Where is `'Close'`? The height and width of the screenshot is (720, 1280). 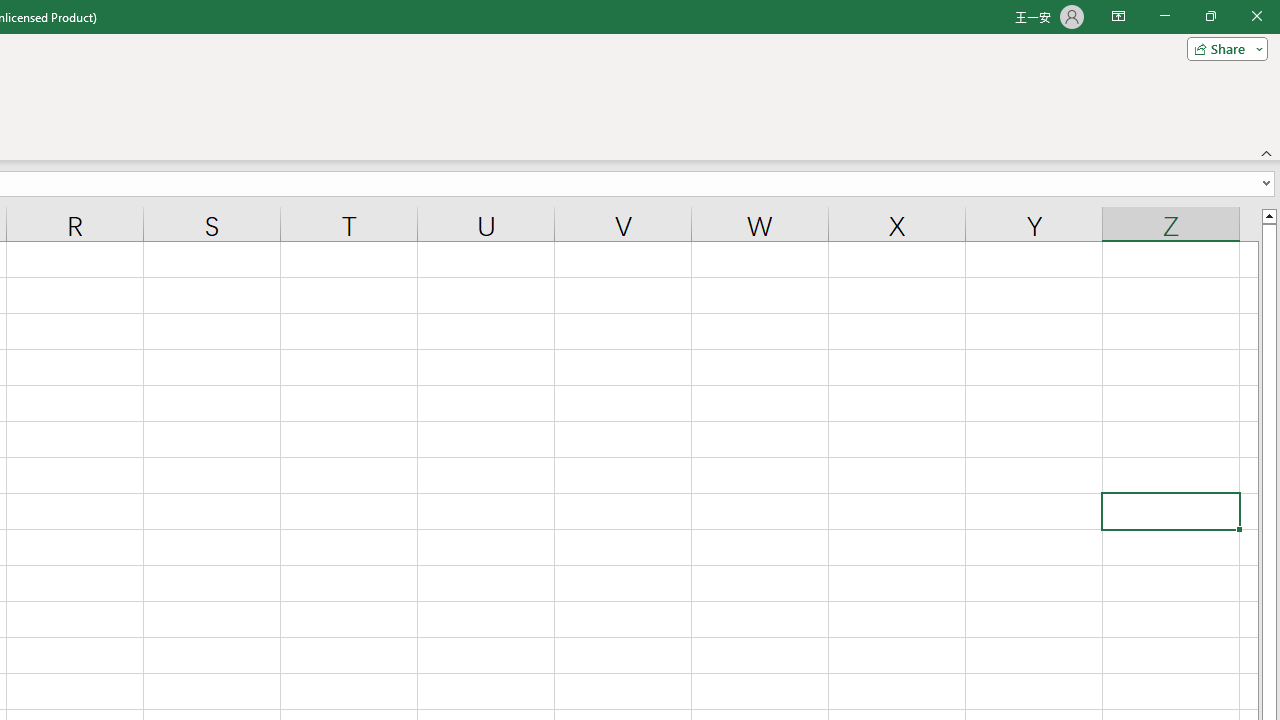
'Close' is located at coordinates (1255, 16).